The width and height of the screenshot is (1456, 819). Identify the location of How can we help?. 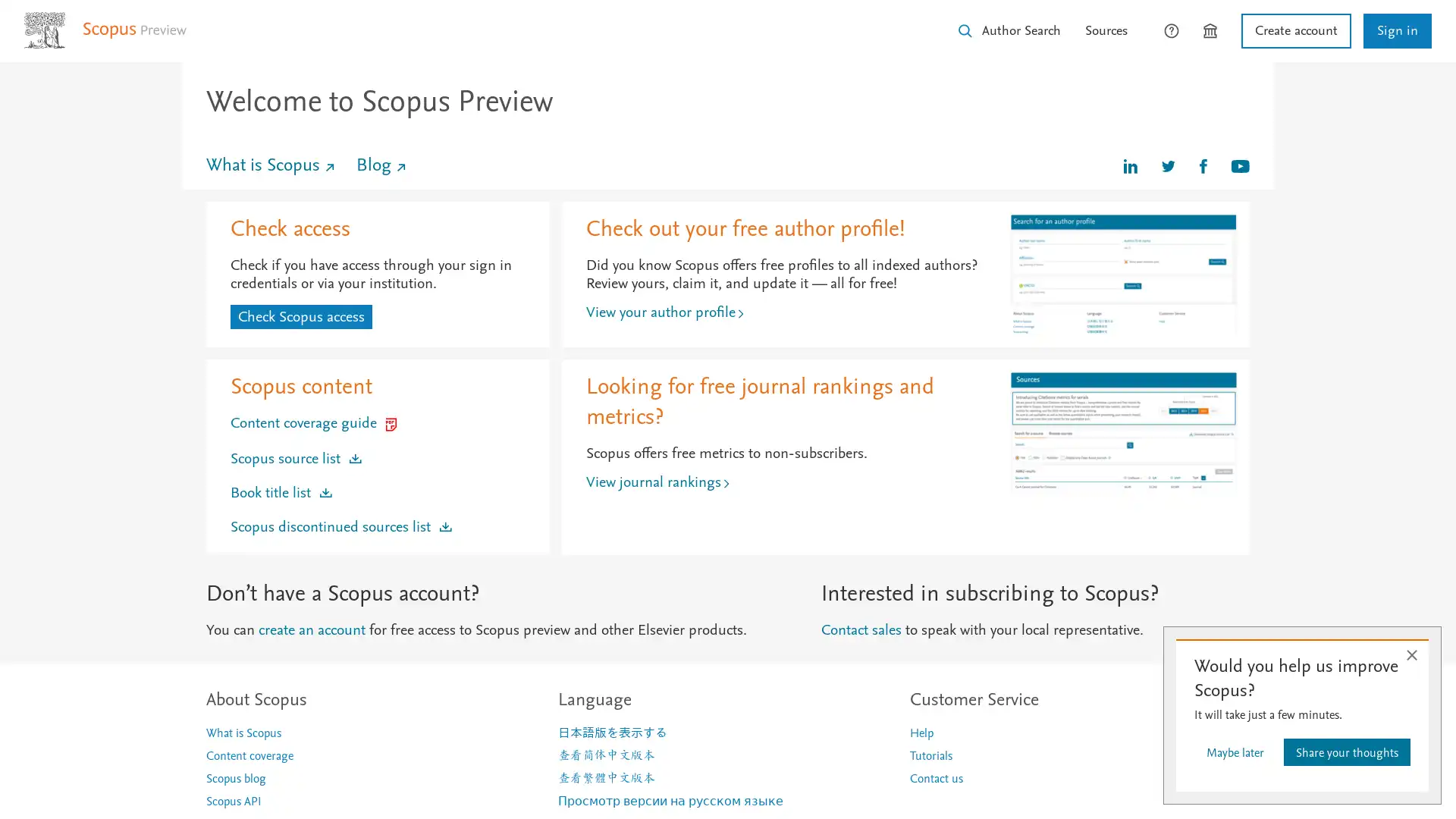
(1170, 31).